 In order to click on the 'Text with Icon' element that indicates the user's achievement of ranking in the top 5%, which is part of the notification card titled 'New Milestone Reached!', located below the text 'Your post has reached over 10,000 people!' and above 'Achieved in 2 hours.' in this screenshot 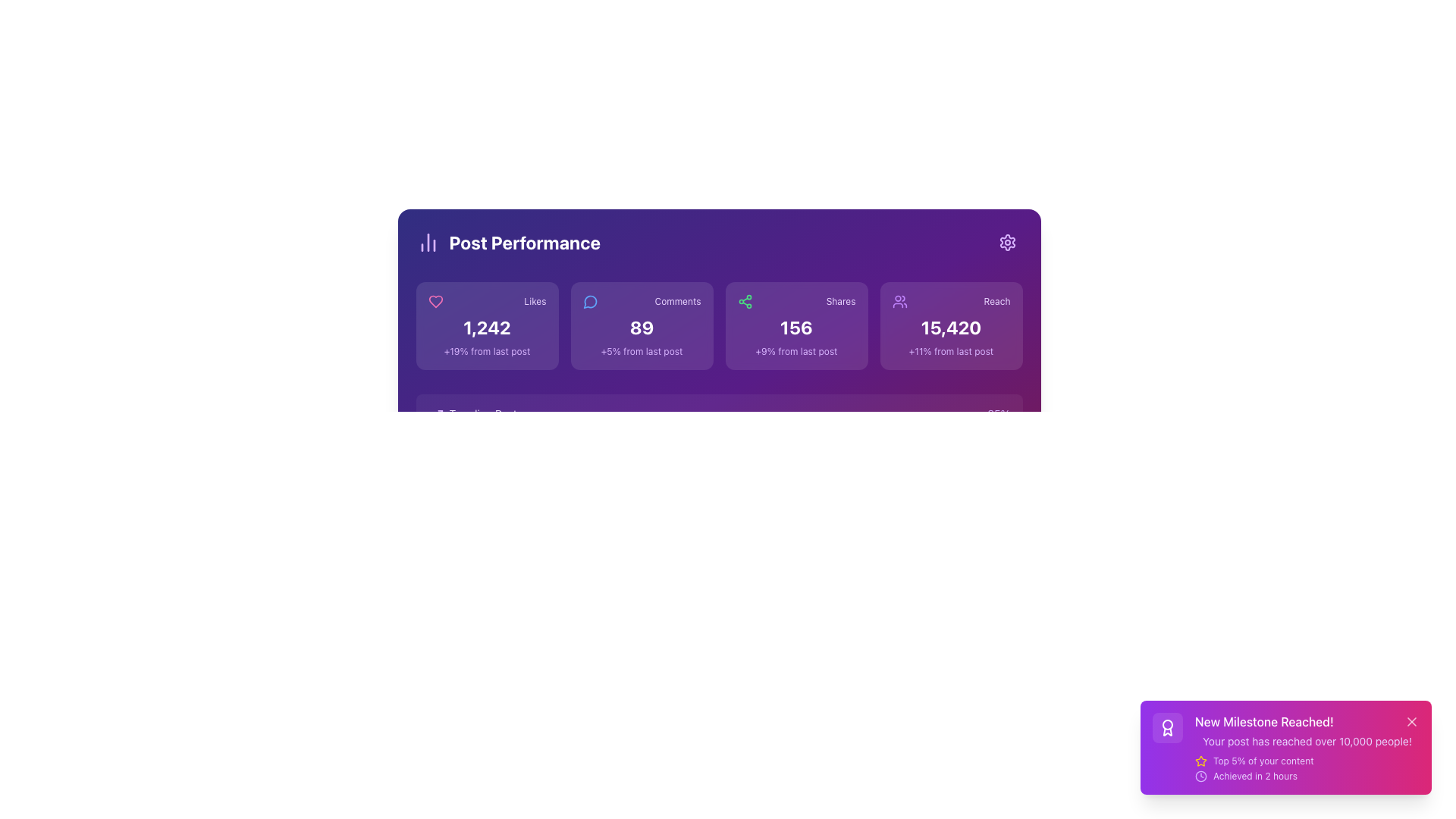, I will do `click(1306, 761)`.